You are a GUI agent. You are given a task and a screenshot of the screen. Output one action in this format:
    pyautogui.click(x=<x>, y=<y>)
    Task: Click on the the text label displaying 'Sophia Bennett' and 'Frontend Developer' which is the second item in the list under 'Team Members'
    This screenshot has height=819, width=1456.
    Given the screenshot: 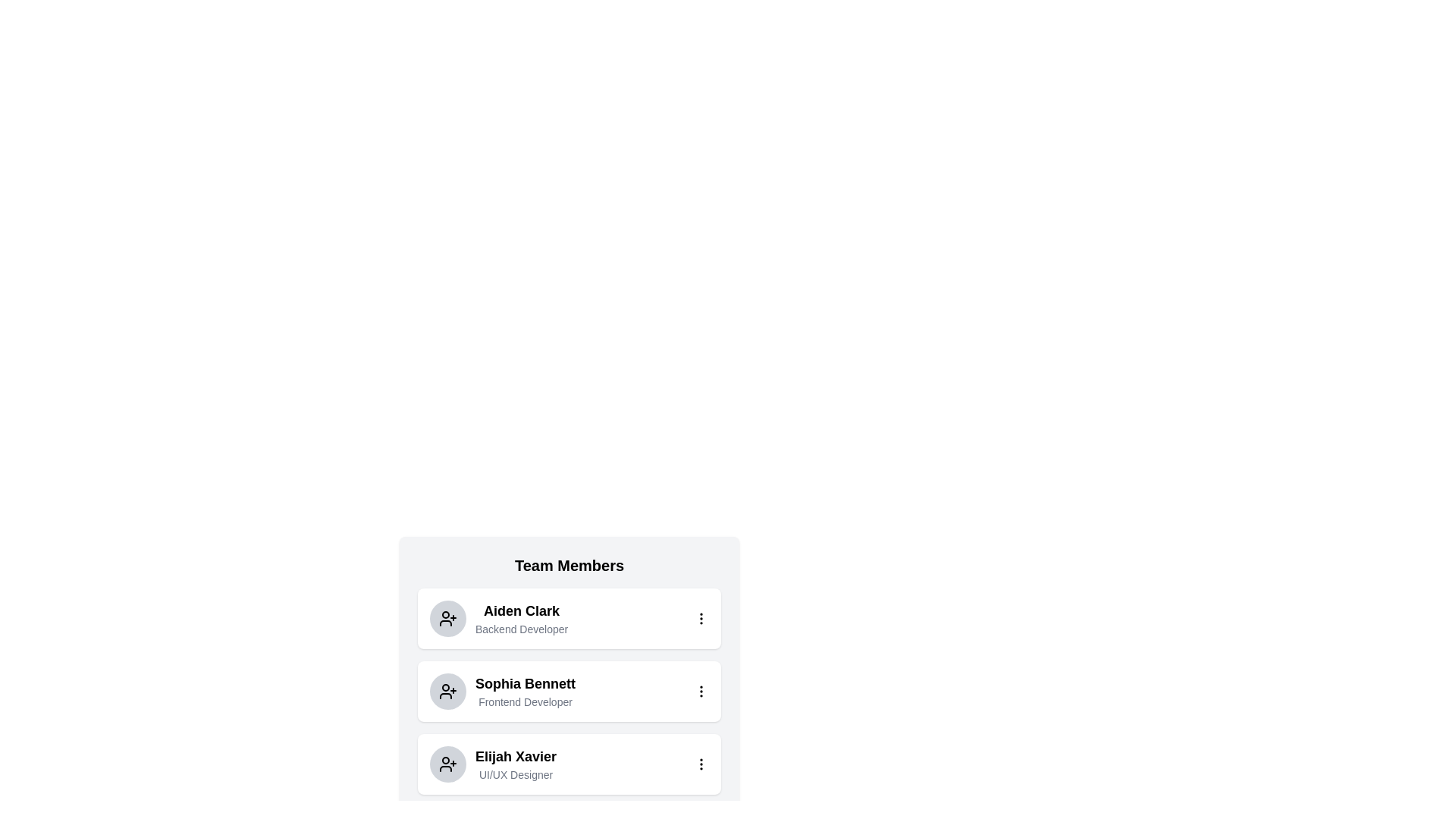 What is the action you would take?
    pyautogui.click(x=525, y=691)
    